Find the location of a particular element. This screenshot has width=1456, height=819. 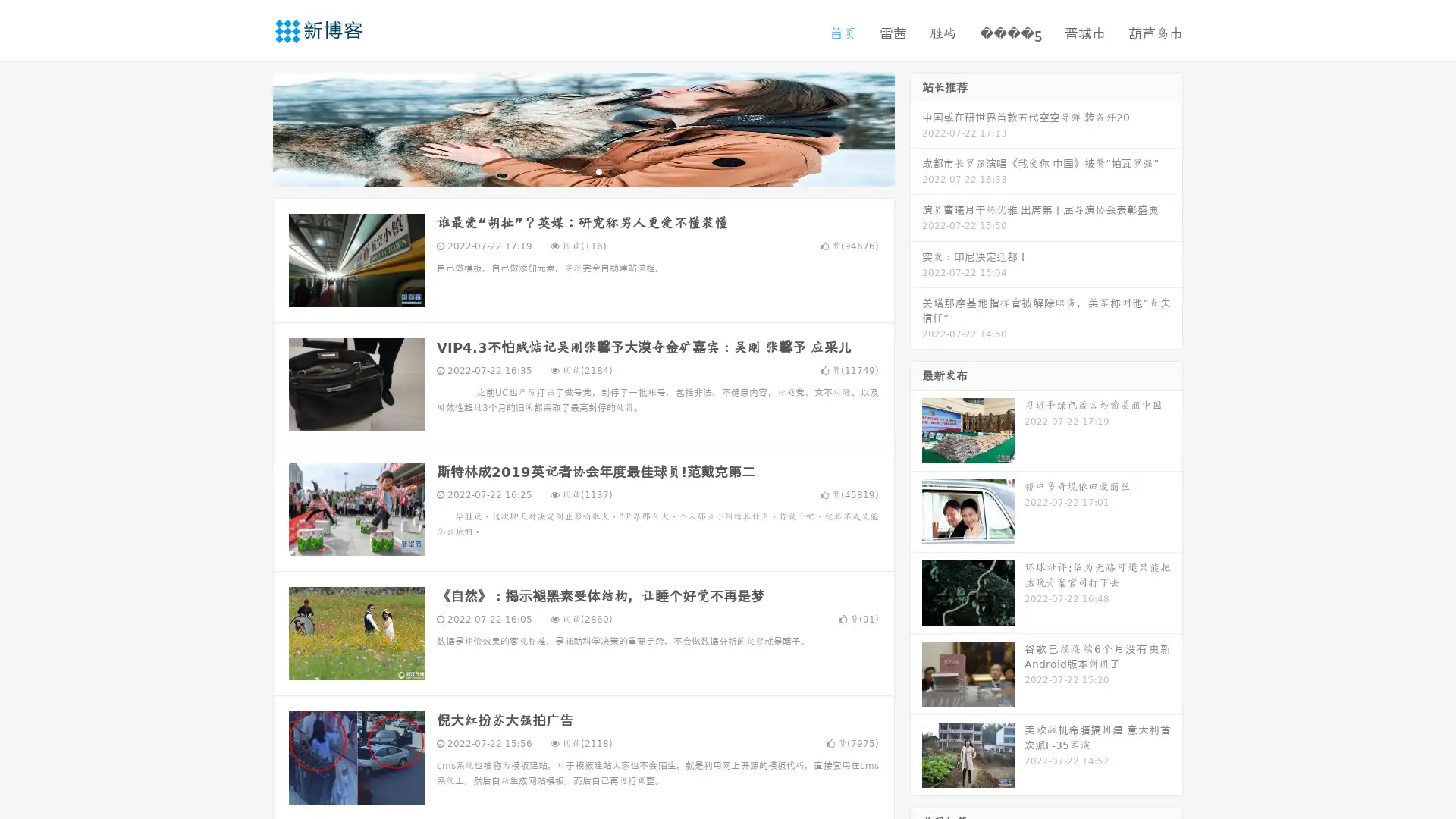

Go to slide 2 is located at coordinates (582, 171).